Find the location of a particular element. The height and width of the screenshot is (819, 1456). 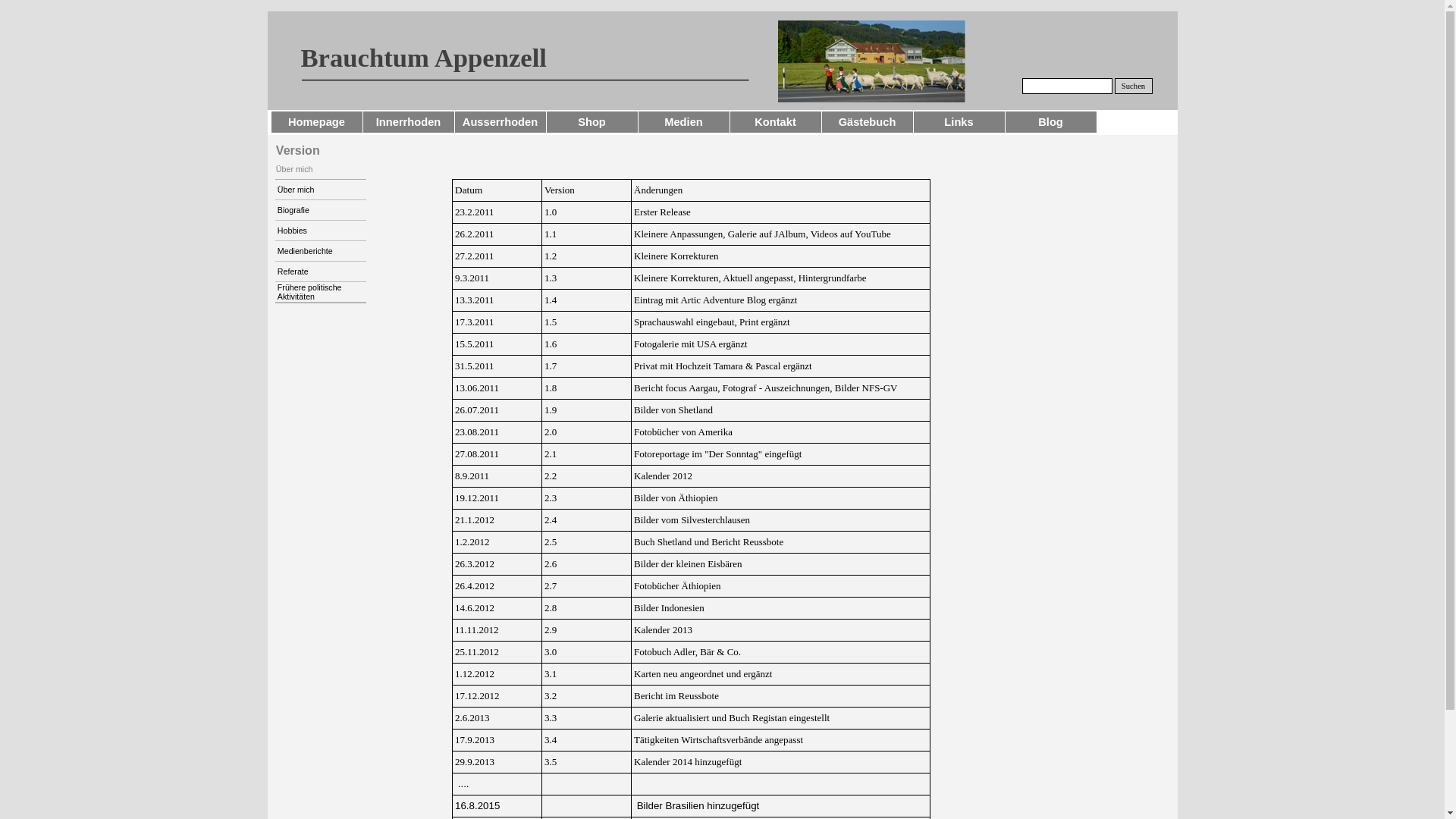

'Medienberichte' is located at coordinates (319, 250).